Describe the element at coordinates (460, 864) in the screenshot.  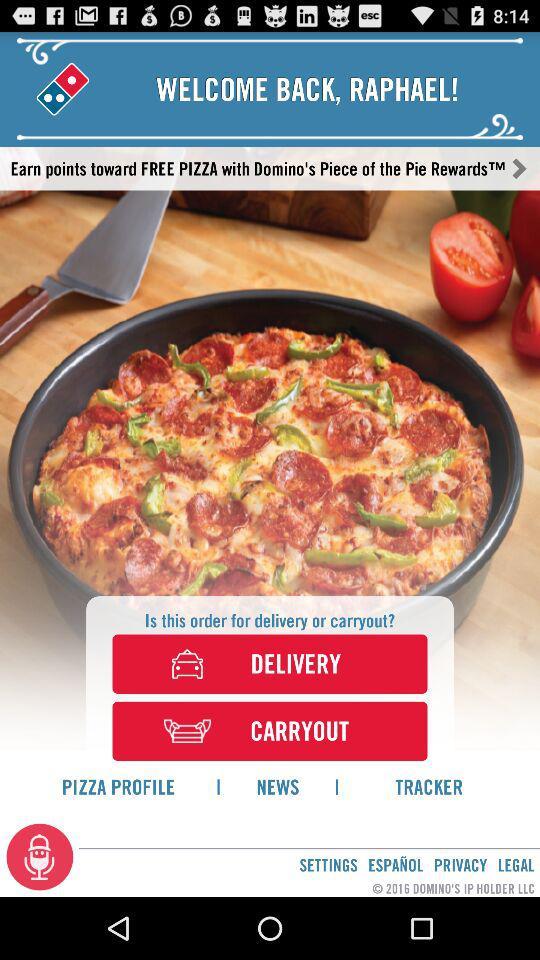
I see `app next to legal app` at that location.